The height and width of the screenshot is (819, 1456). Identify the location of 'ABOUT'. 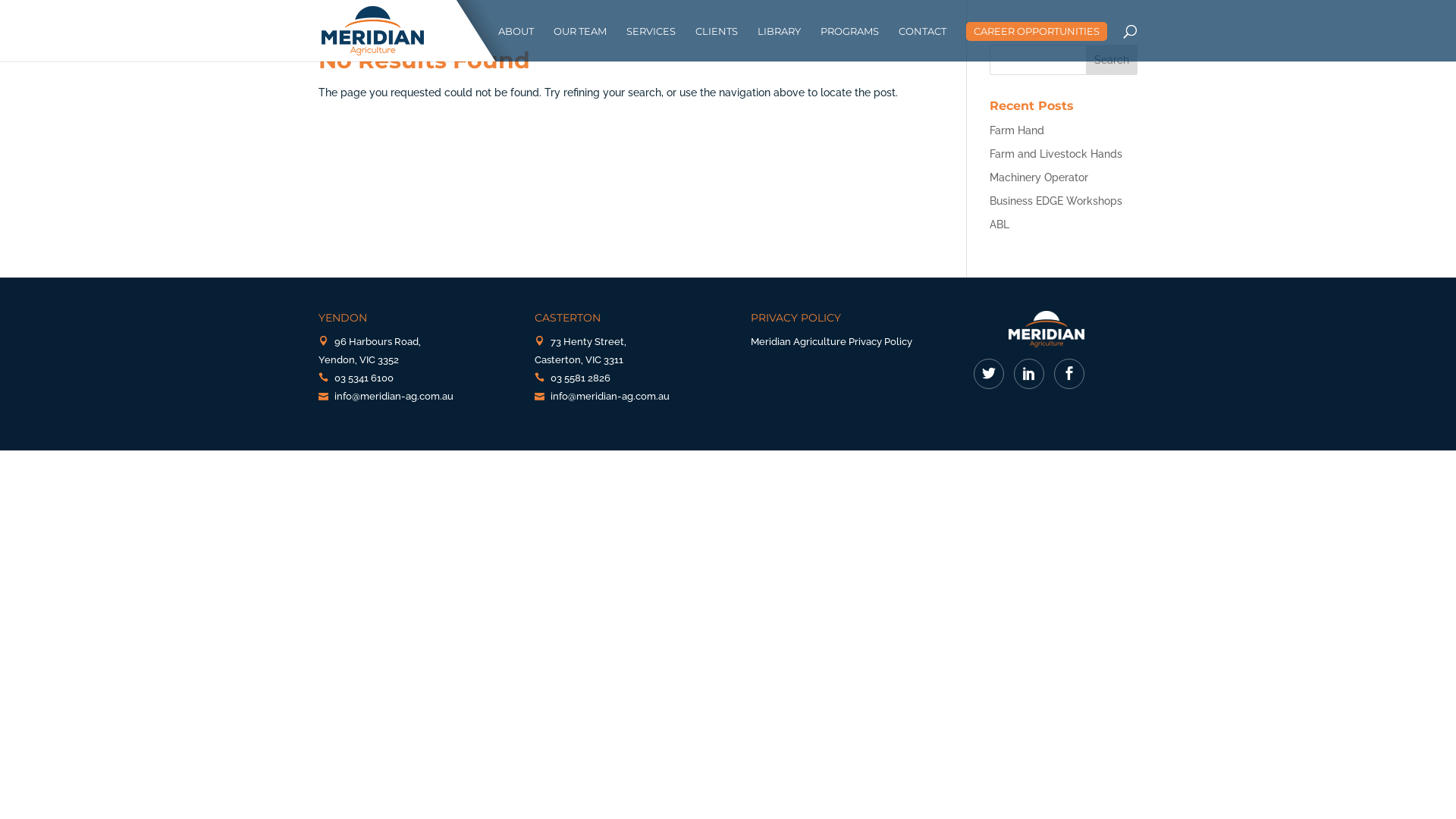
(516, 42).